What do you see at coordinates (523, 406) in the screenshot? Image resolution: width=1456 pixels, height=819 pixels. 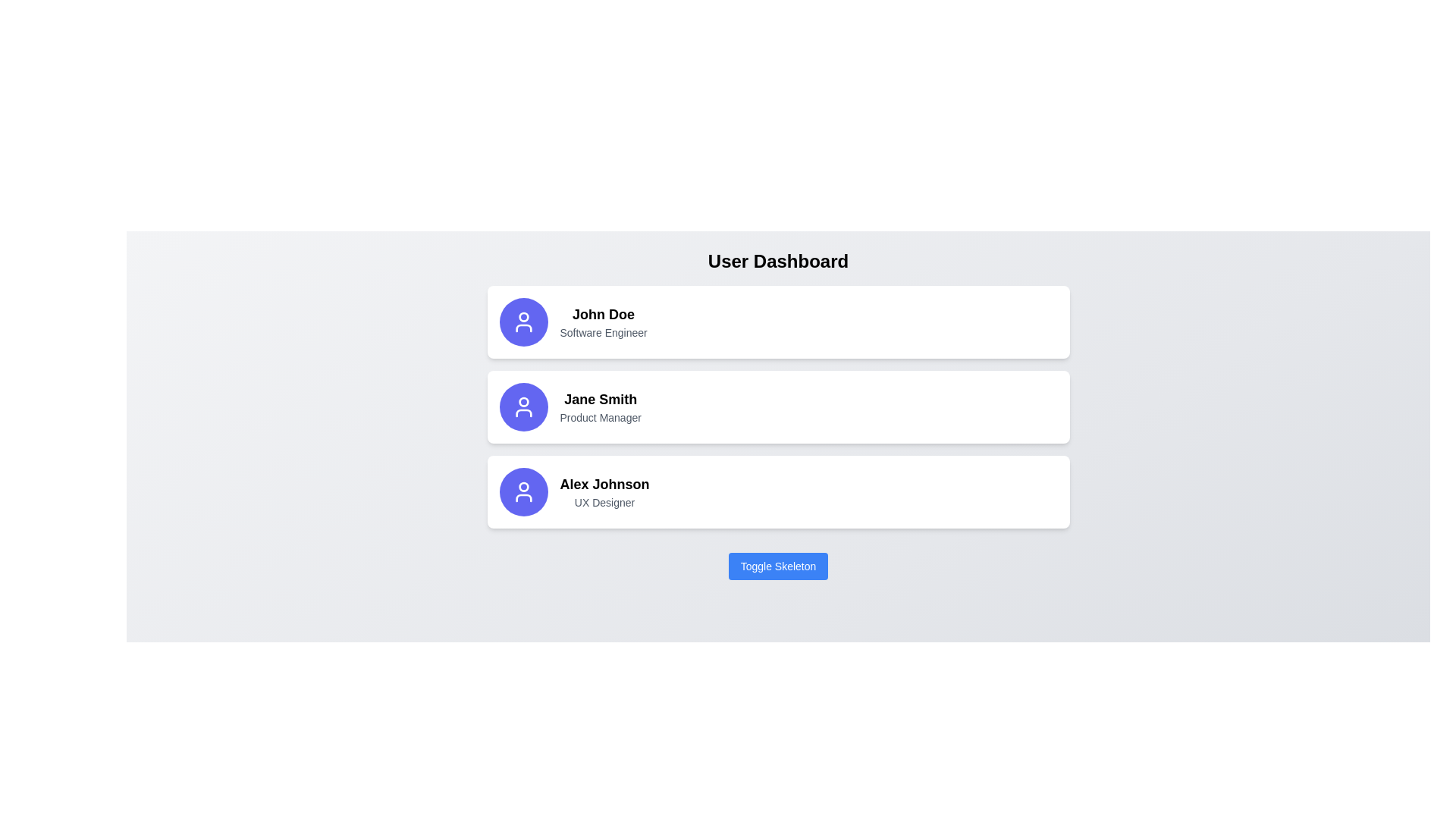 I see `the user profile icon represented by a bold indigo circular design, positioned in the upper-left corner of the card for 'Jane Smith - Product Manager'` at bounding box center [523, 406].